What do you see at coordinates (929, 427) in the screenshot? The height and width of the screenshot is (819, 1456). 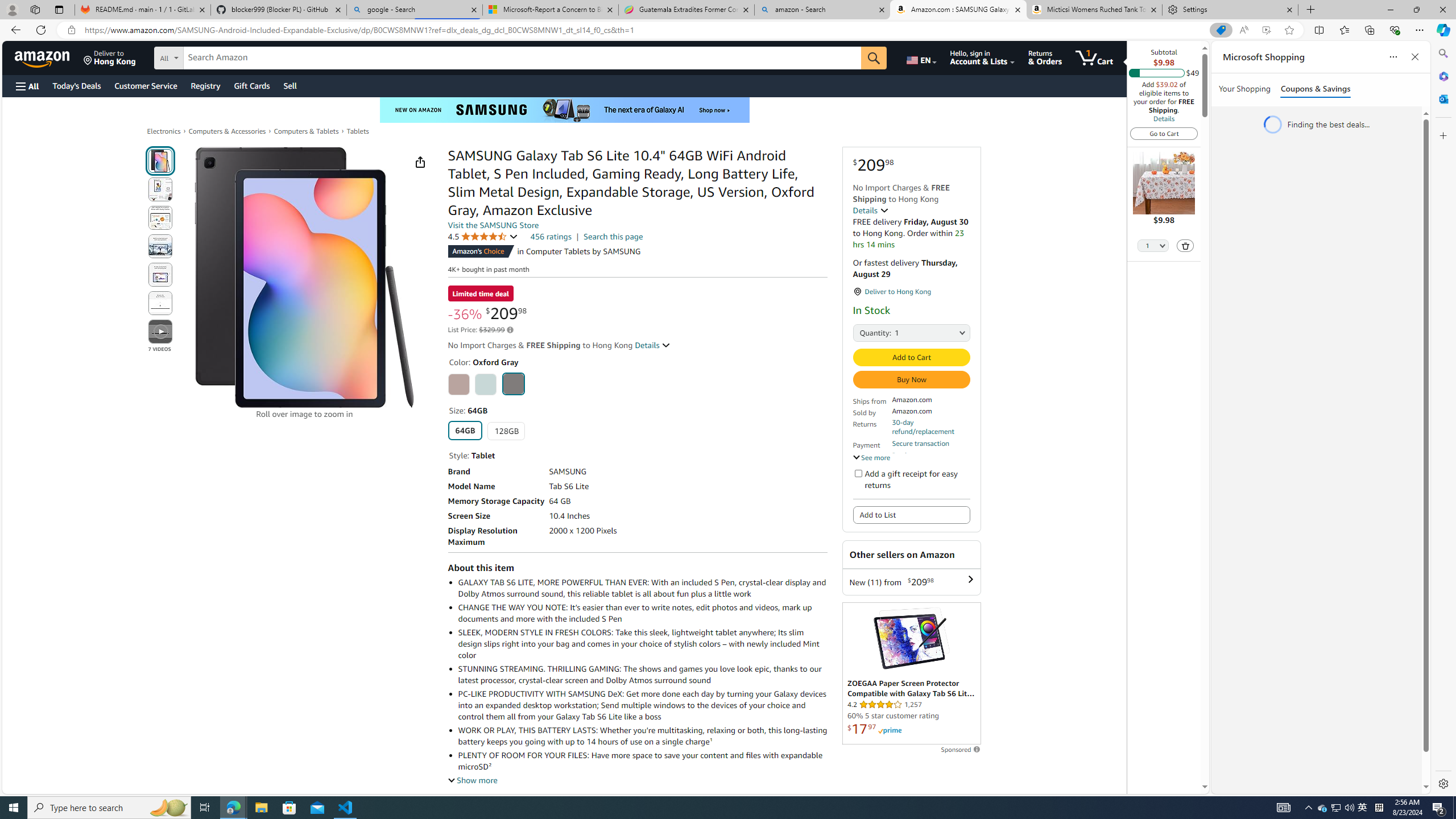 I see `'30-day refund/replacement'` at bounding box center [929, 427].